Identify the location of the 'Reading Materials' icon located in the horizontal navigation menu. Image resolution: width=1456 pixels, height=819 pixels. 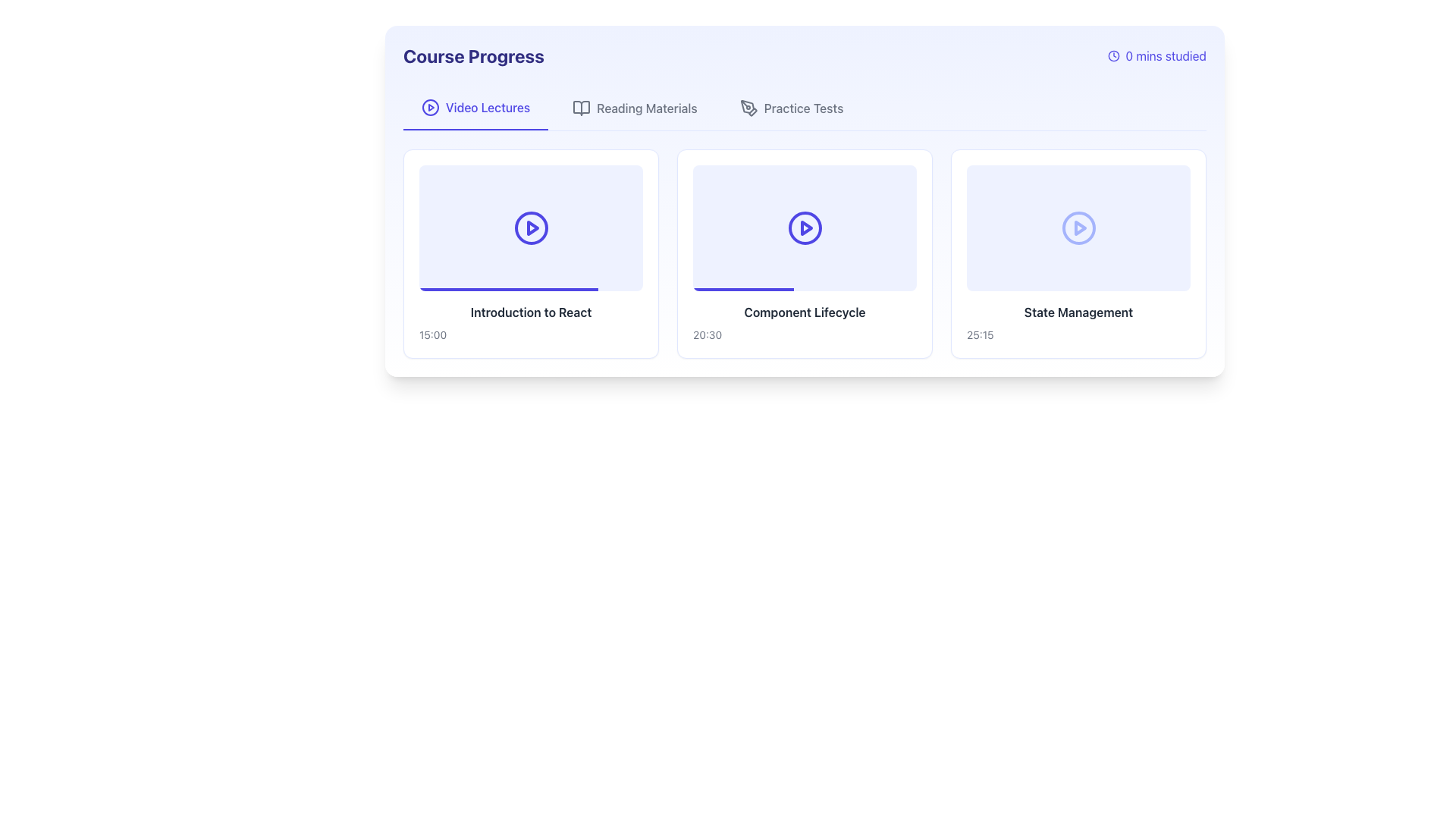
(581, 107).